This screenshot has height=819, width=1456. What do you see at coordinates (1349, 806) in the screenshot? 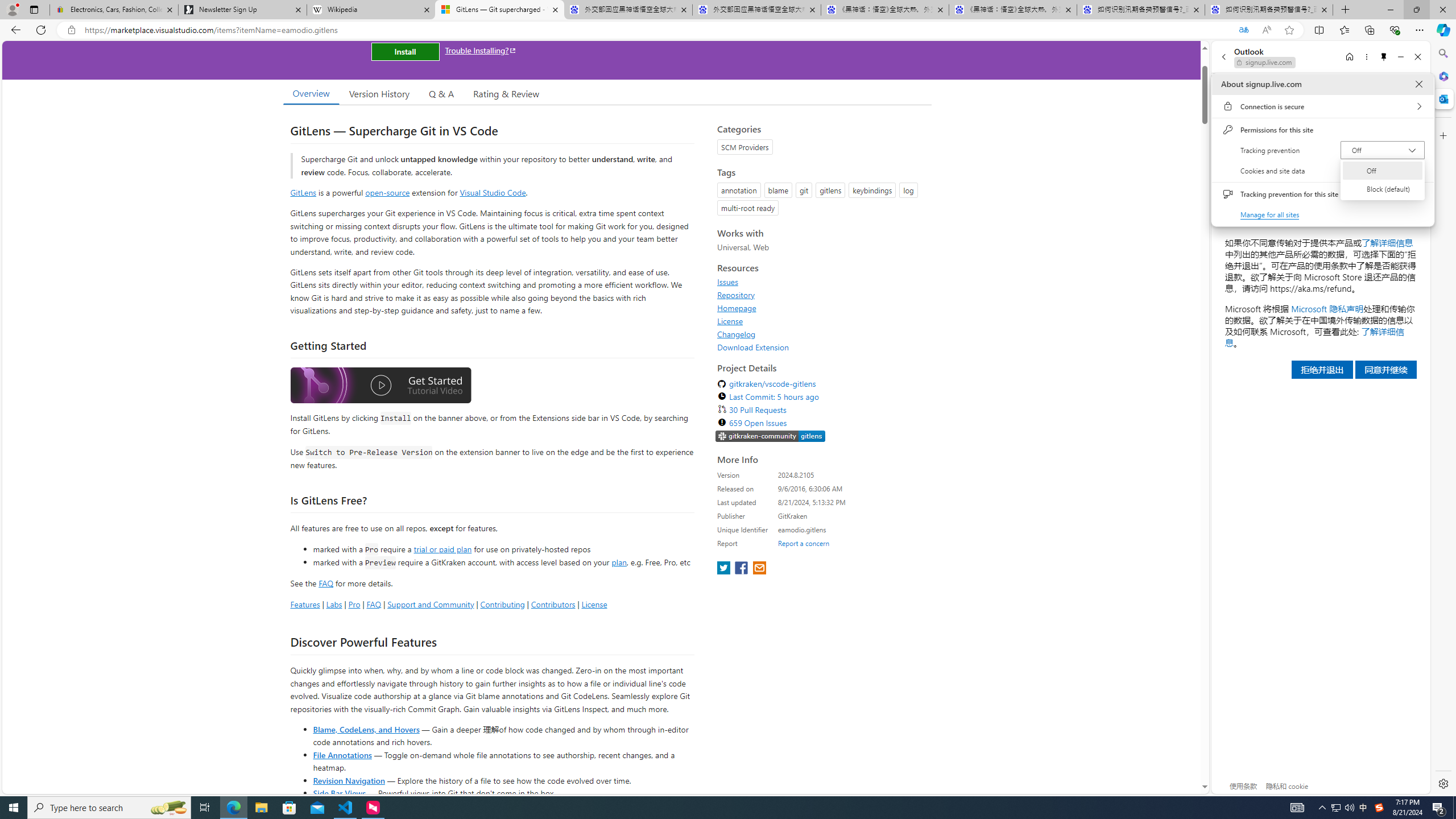
I see `'Q2790: 100%'` at bounding box center [1349, 806].